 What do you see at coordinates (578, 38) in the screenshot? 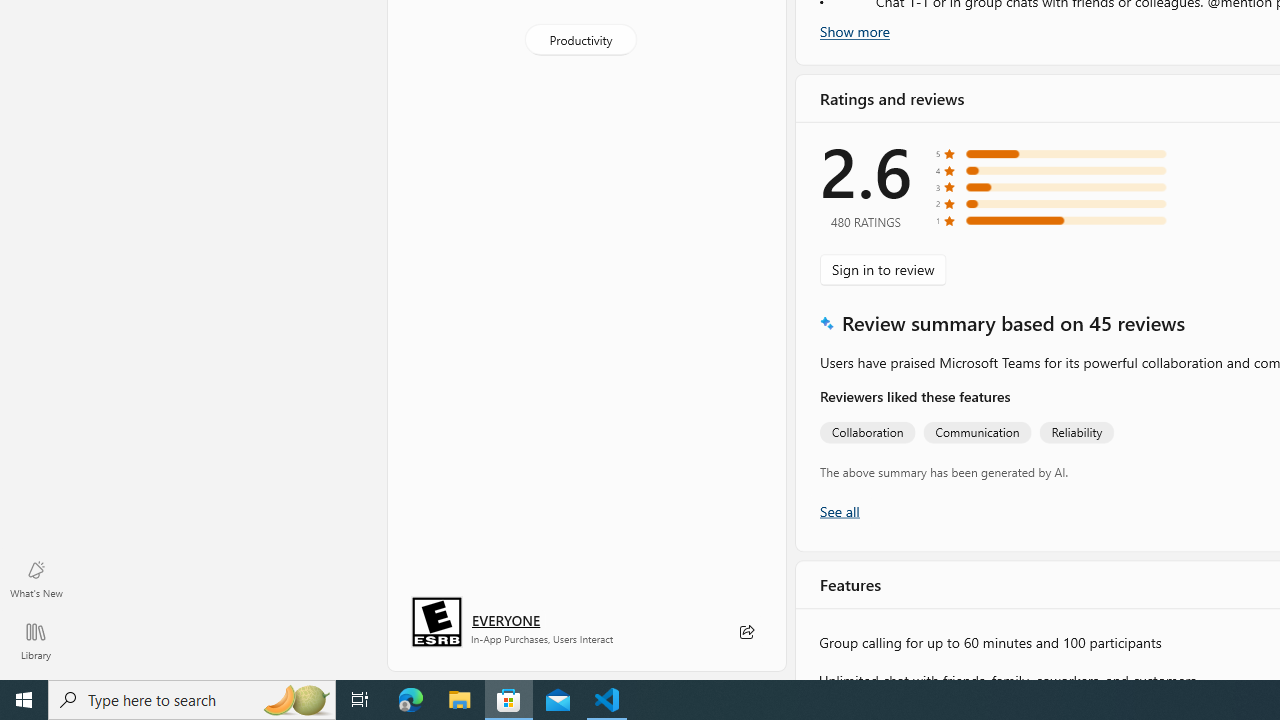
I see `'Productivity'` at bounding box center [578, 38].